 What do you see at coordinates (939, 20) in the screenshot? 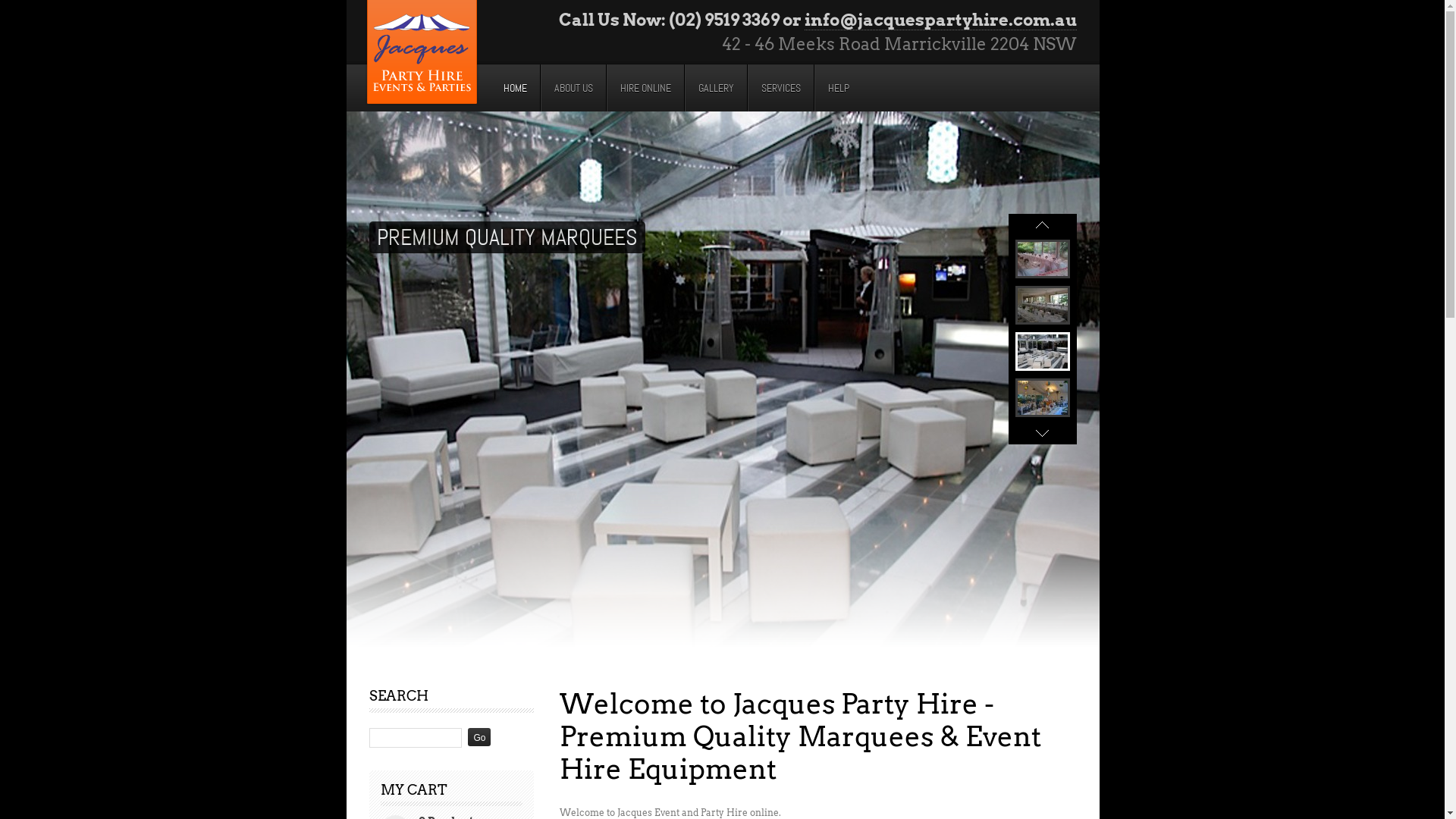
I see `'info@jacquespartyhire.com.au'` at bounding box center [939, 20].